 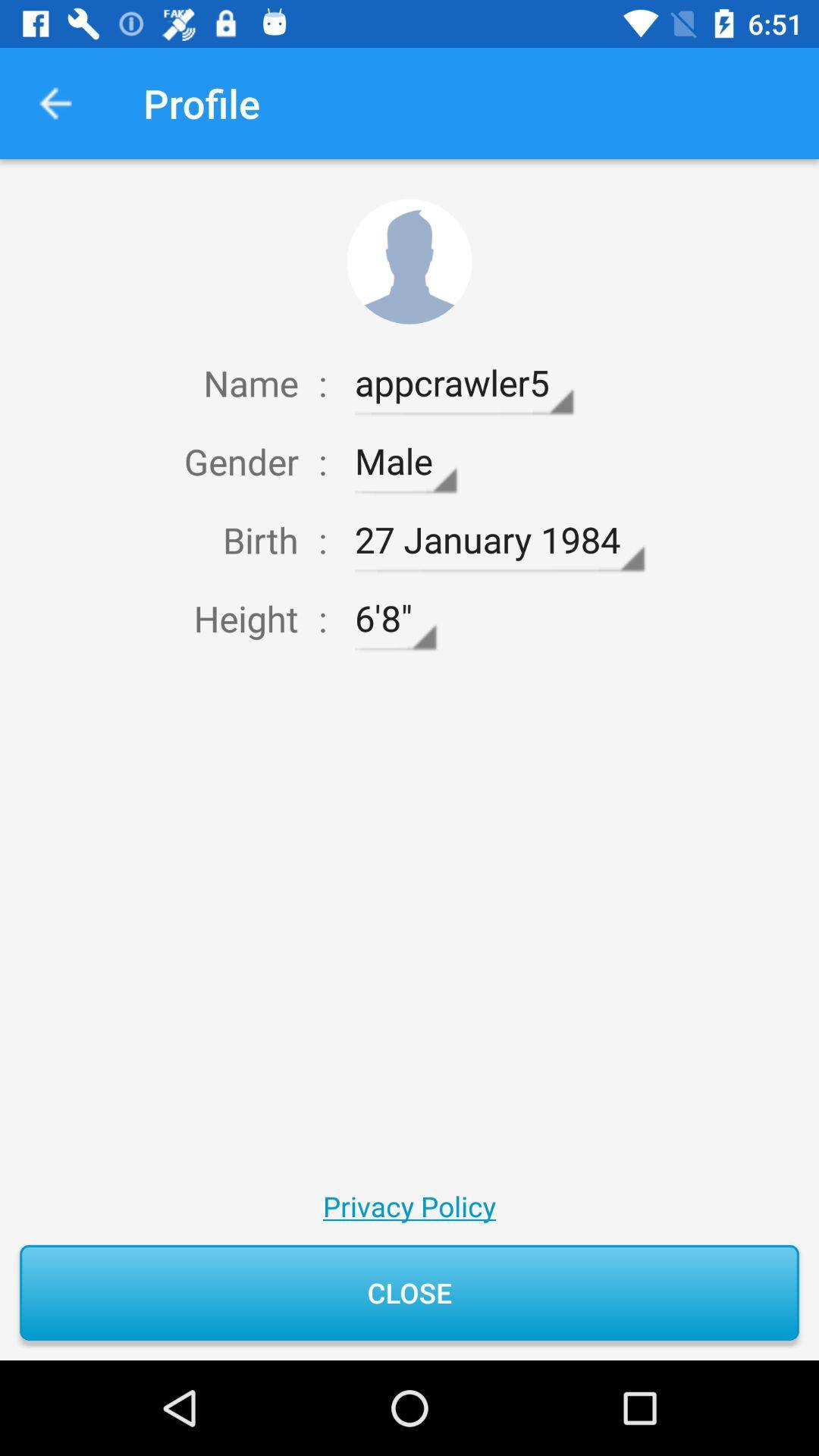 What do you see at coordinates (409, 262) in the screenshot?
I see `change profile picture` at bounding box center [409, 262].